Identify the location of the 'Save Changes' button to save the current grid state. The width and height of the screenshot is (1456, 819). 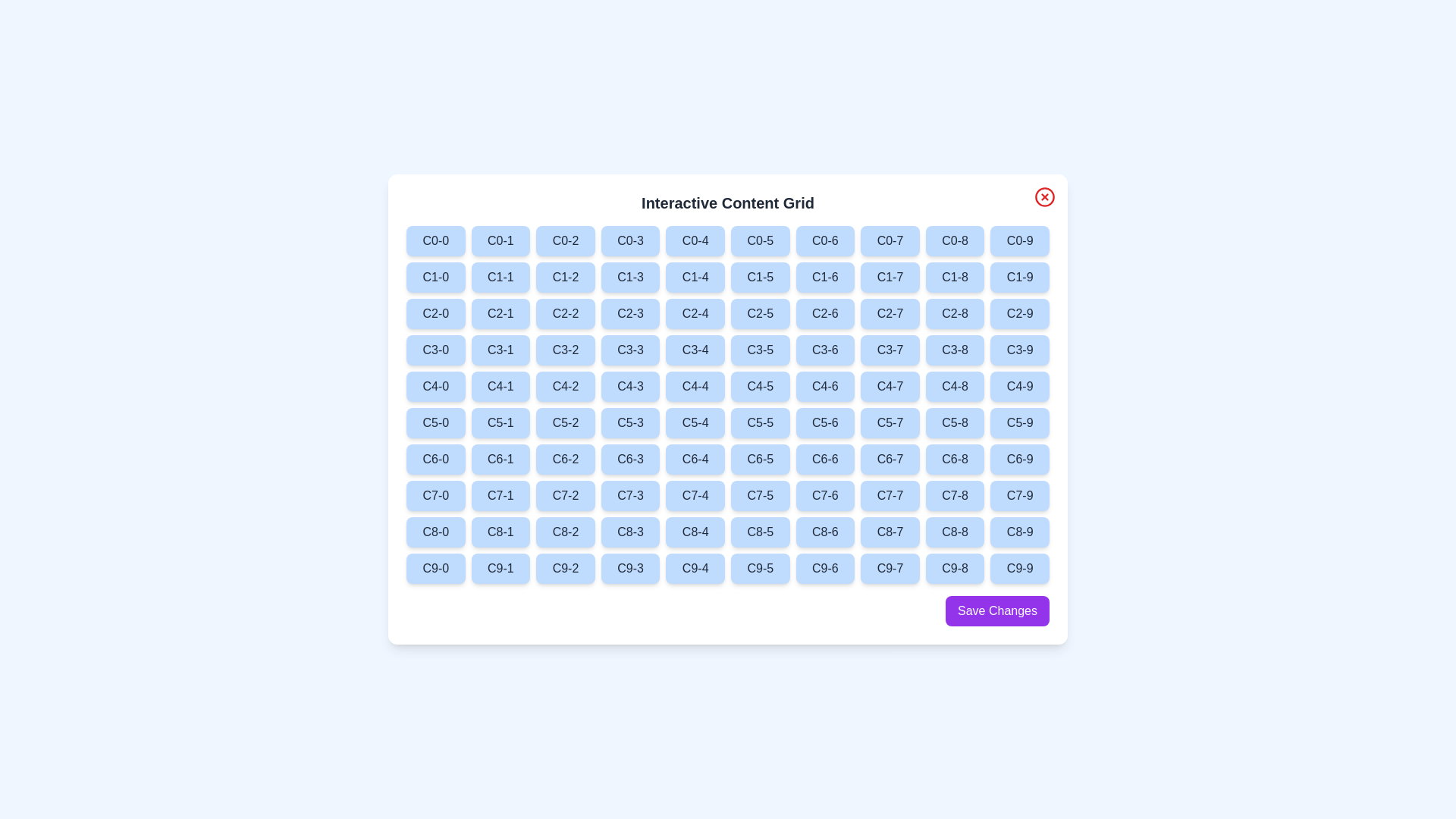
(997, 610).